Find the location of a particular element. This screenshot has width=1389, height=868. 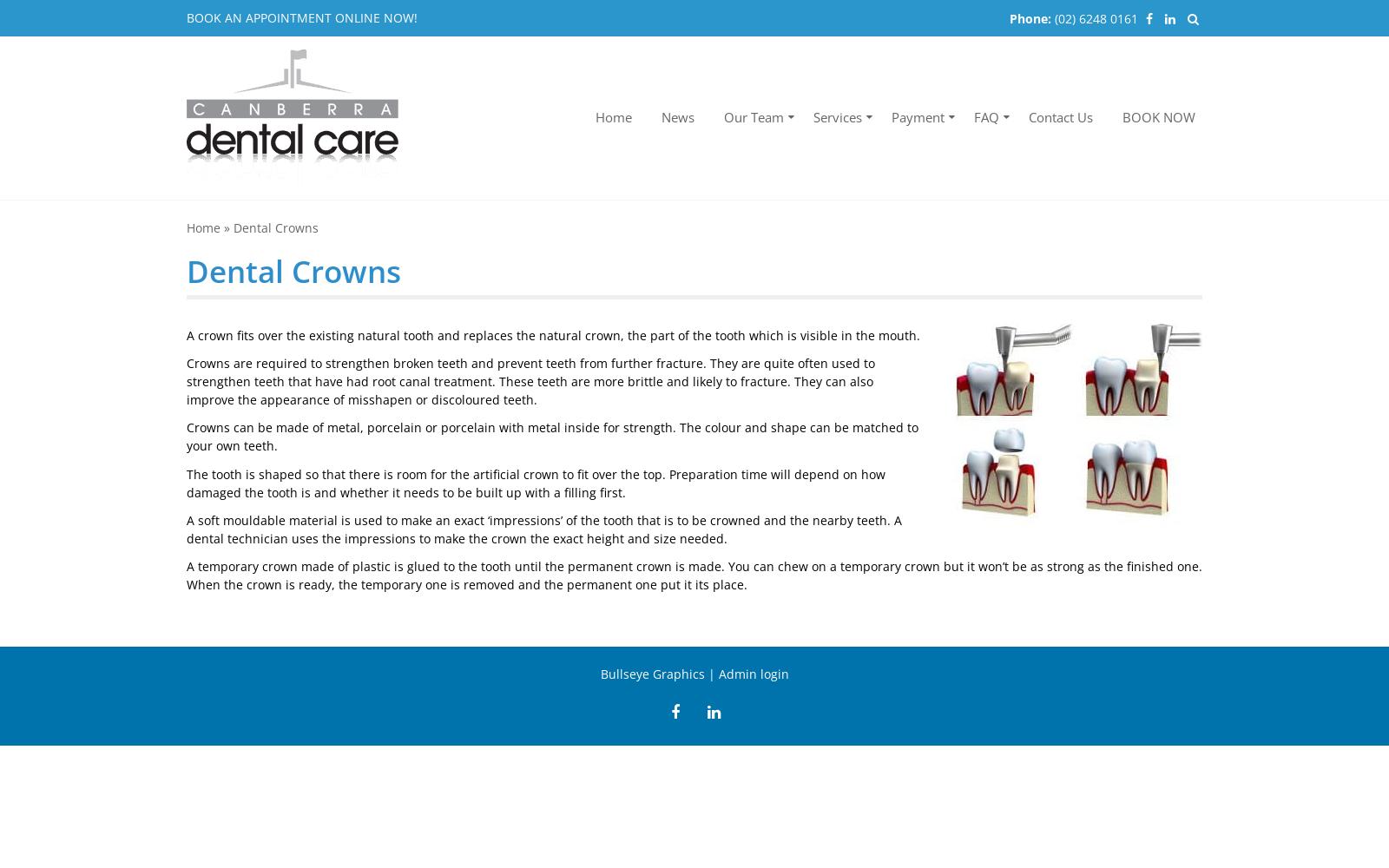

'Payment methods' is located at coordinates (887, 171).